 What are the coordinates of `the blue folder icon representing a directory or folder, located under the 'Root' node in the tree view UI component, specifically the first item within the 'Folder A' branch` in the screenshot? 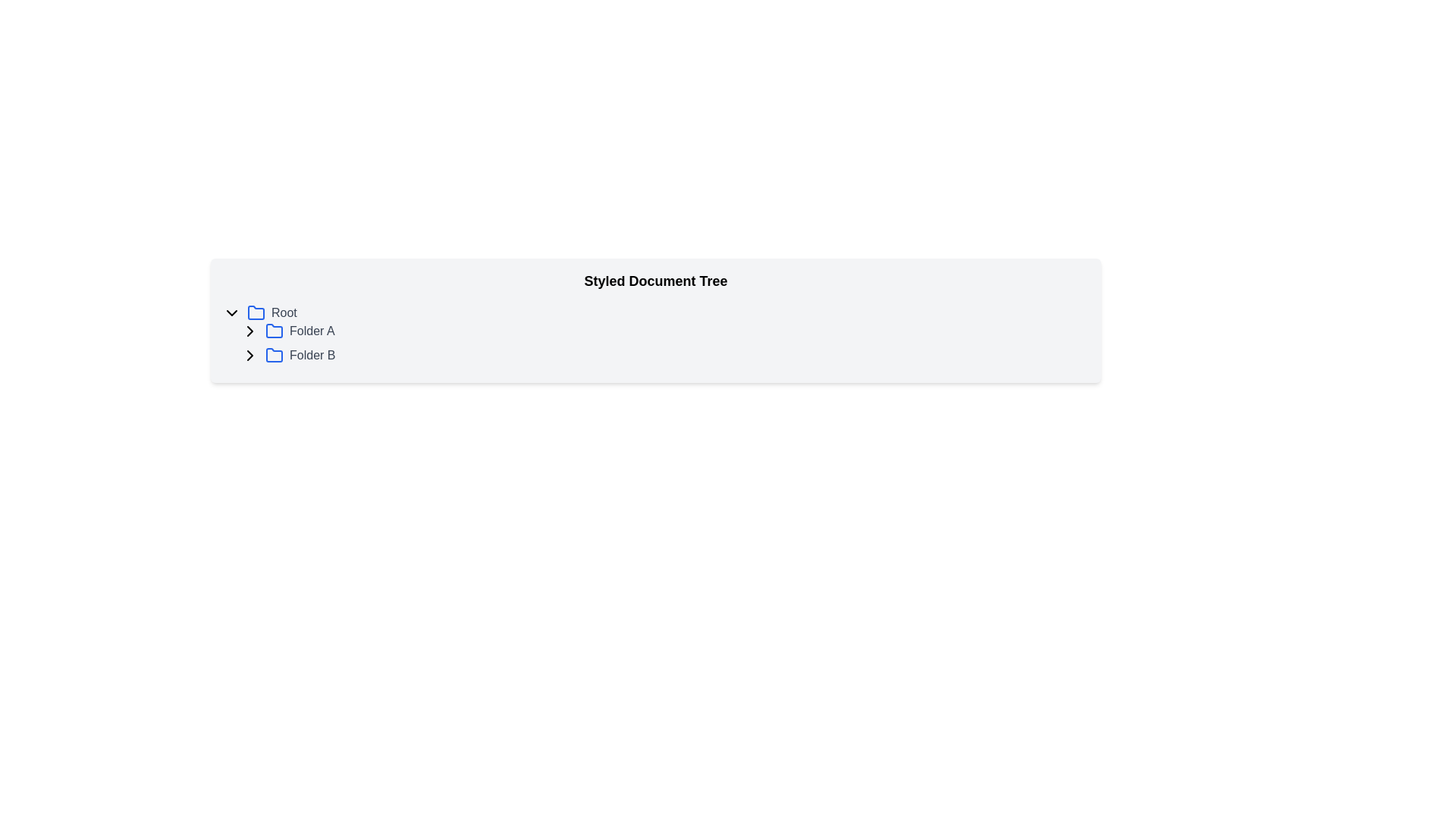 It's located at (274, 329).